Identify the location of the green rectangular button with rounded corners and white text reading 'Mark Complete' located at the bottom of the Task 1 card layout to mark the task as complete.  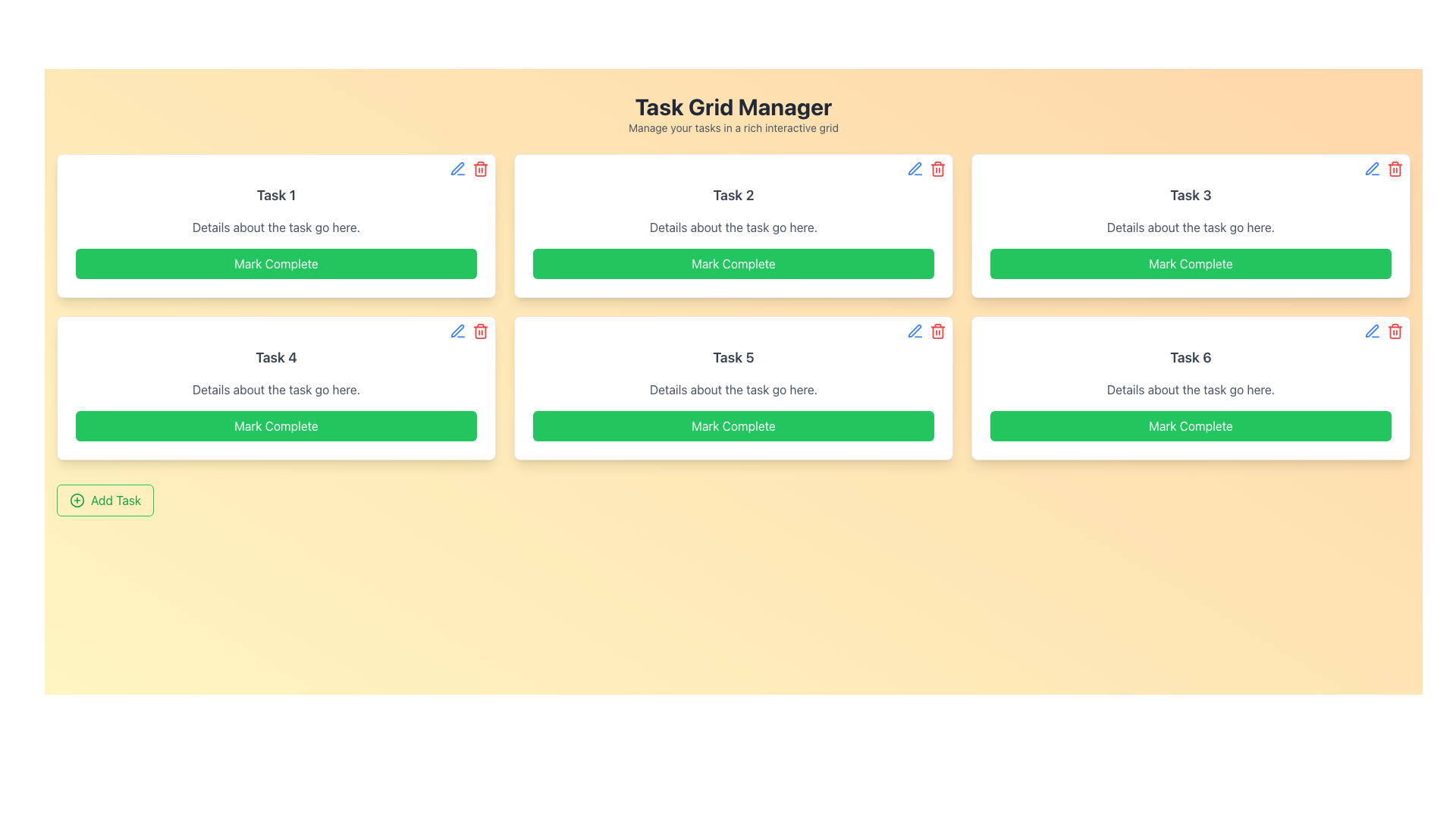
(276, 262).